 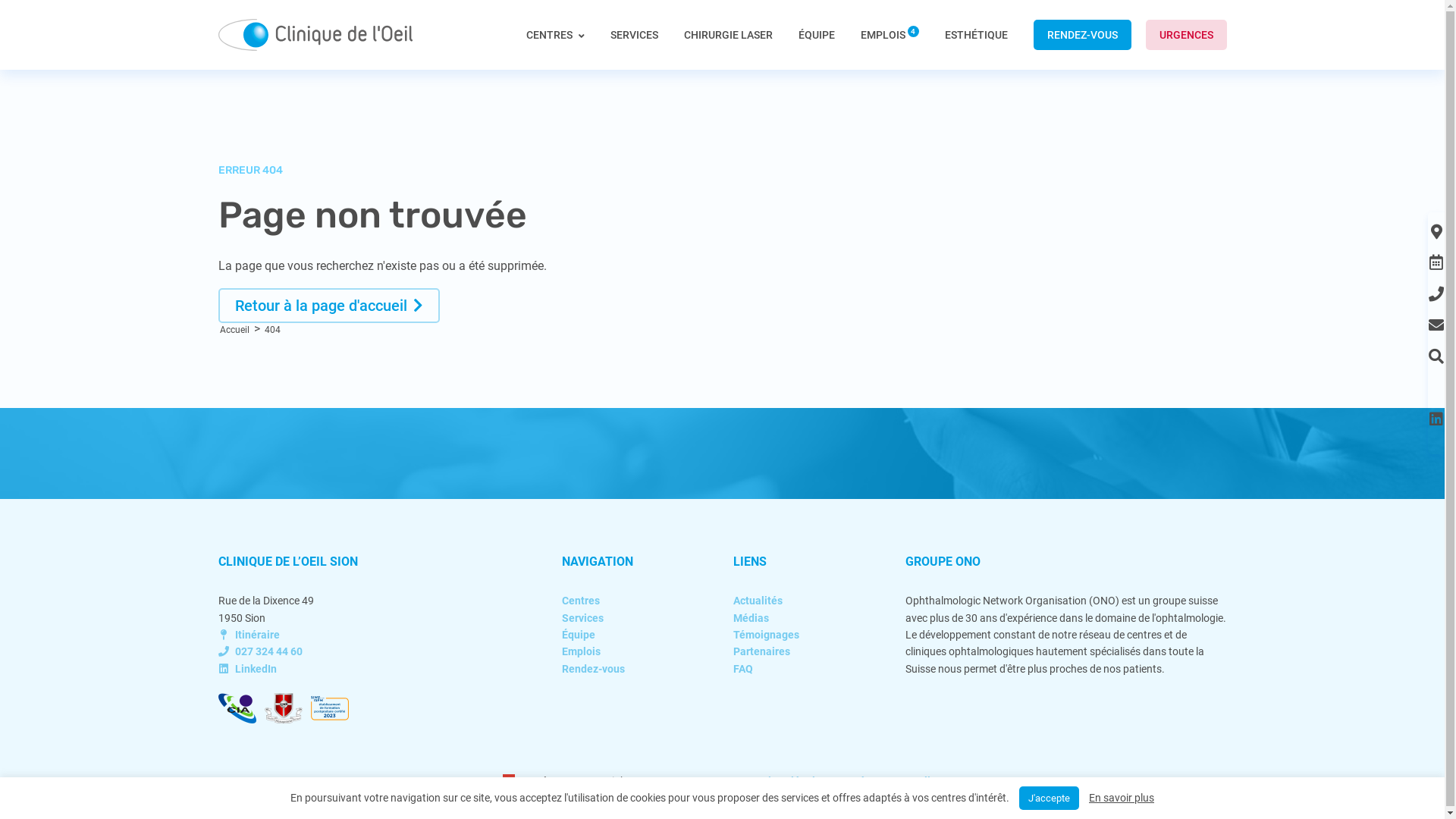 I want to click on '027 324 44 60', so click(x=260, y=651).